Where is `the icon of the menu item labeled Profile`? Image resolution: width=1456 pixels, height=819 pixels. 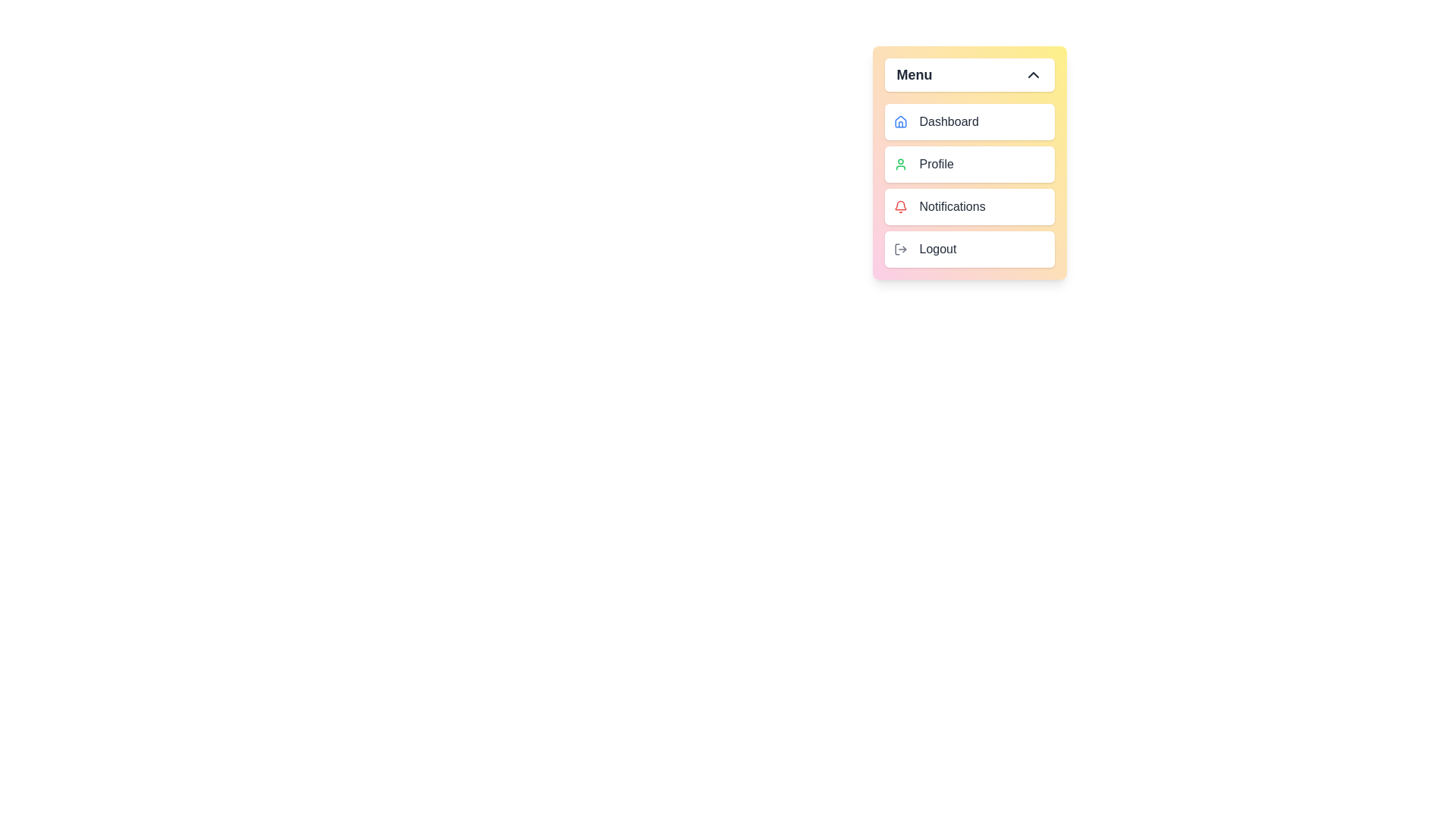
the icon of the menu item labeled Profile is located at coordinates (900, 164).